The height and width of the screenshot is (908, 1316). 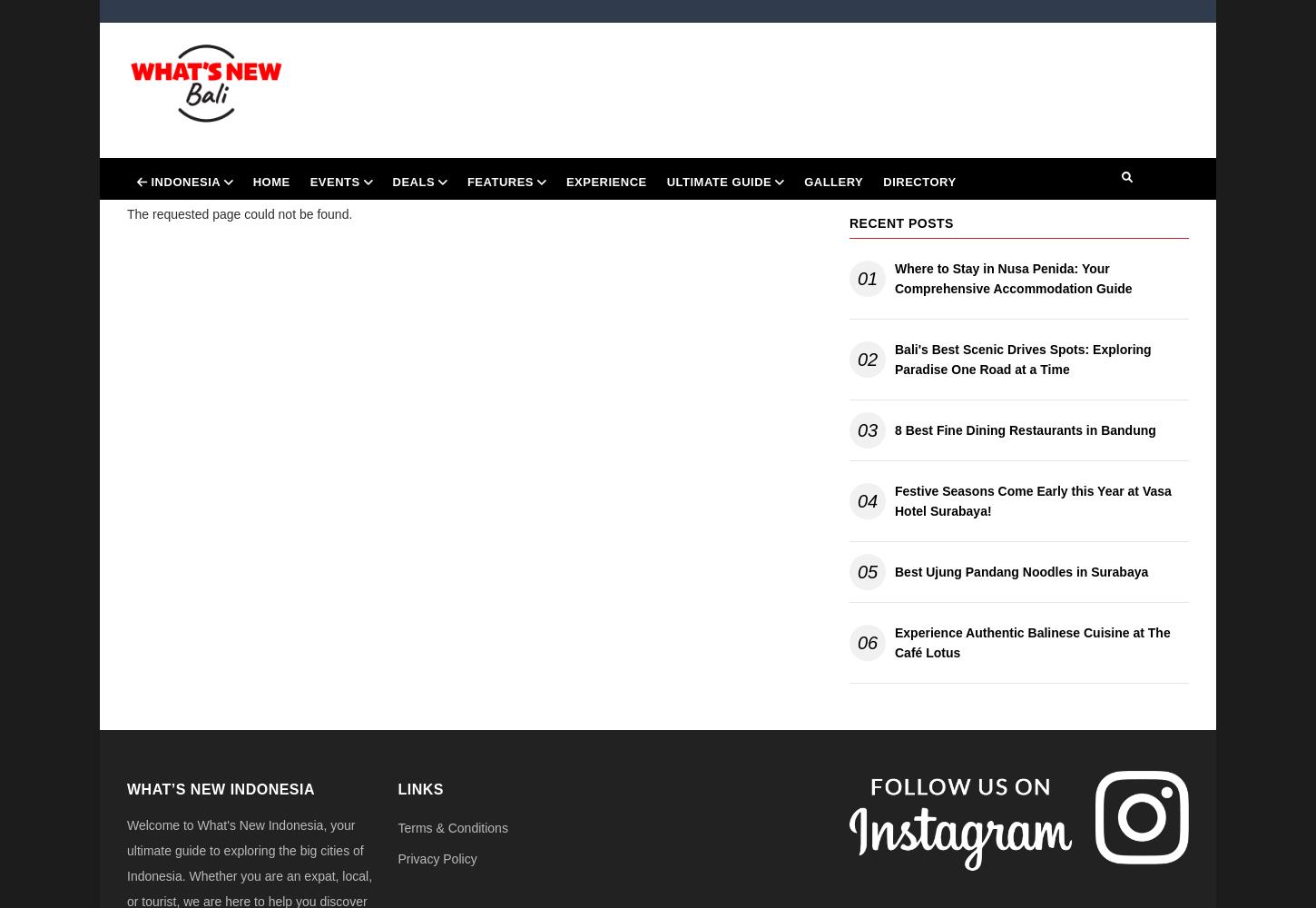 What do you see at coordinates (457, 348) in the screenshot?
I see `'Health & Wellness'` at bounding box center [457, 348].